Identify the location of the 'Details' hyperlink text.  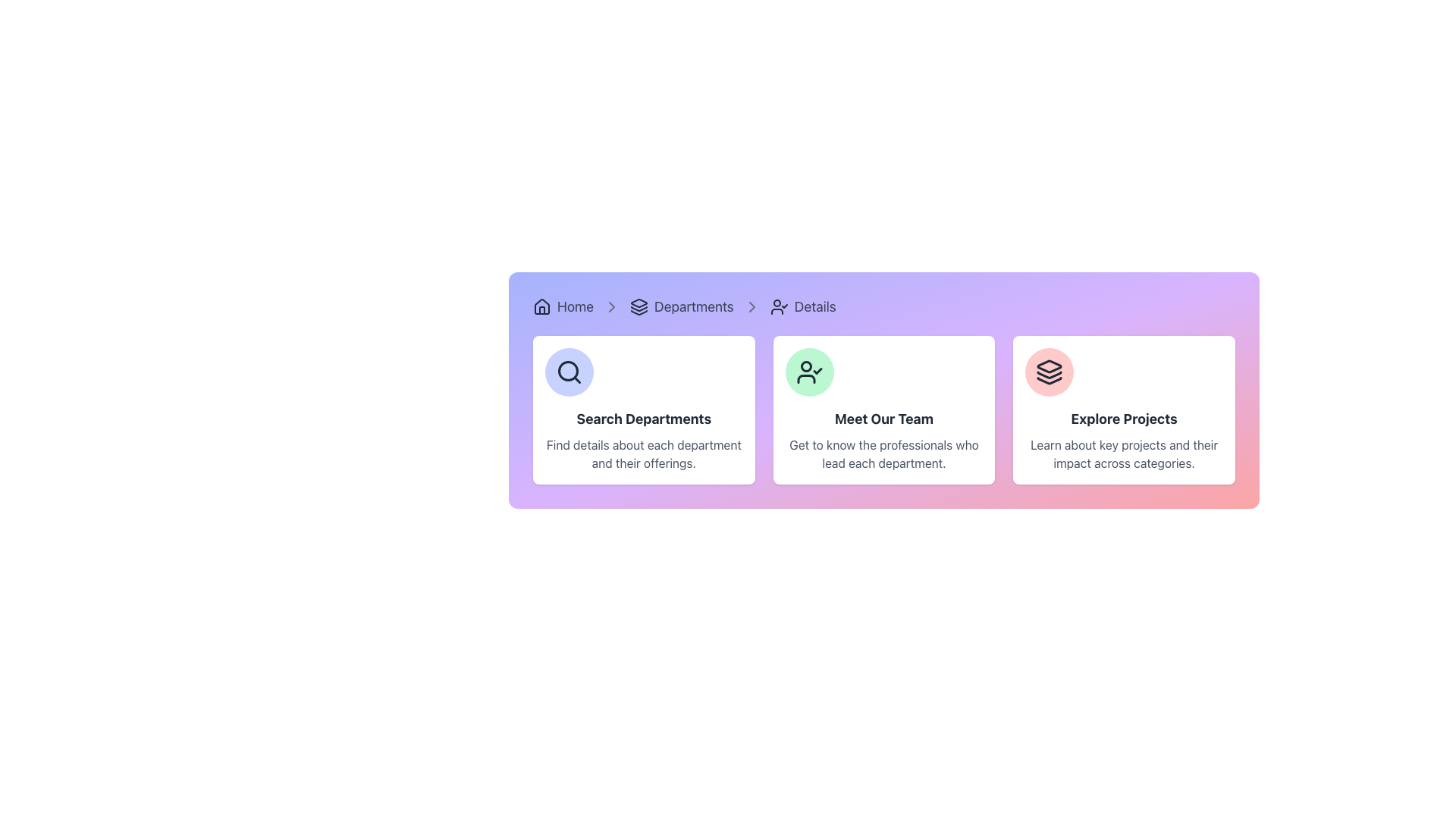
(814, 307).